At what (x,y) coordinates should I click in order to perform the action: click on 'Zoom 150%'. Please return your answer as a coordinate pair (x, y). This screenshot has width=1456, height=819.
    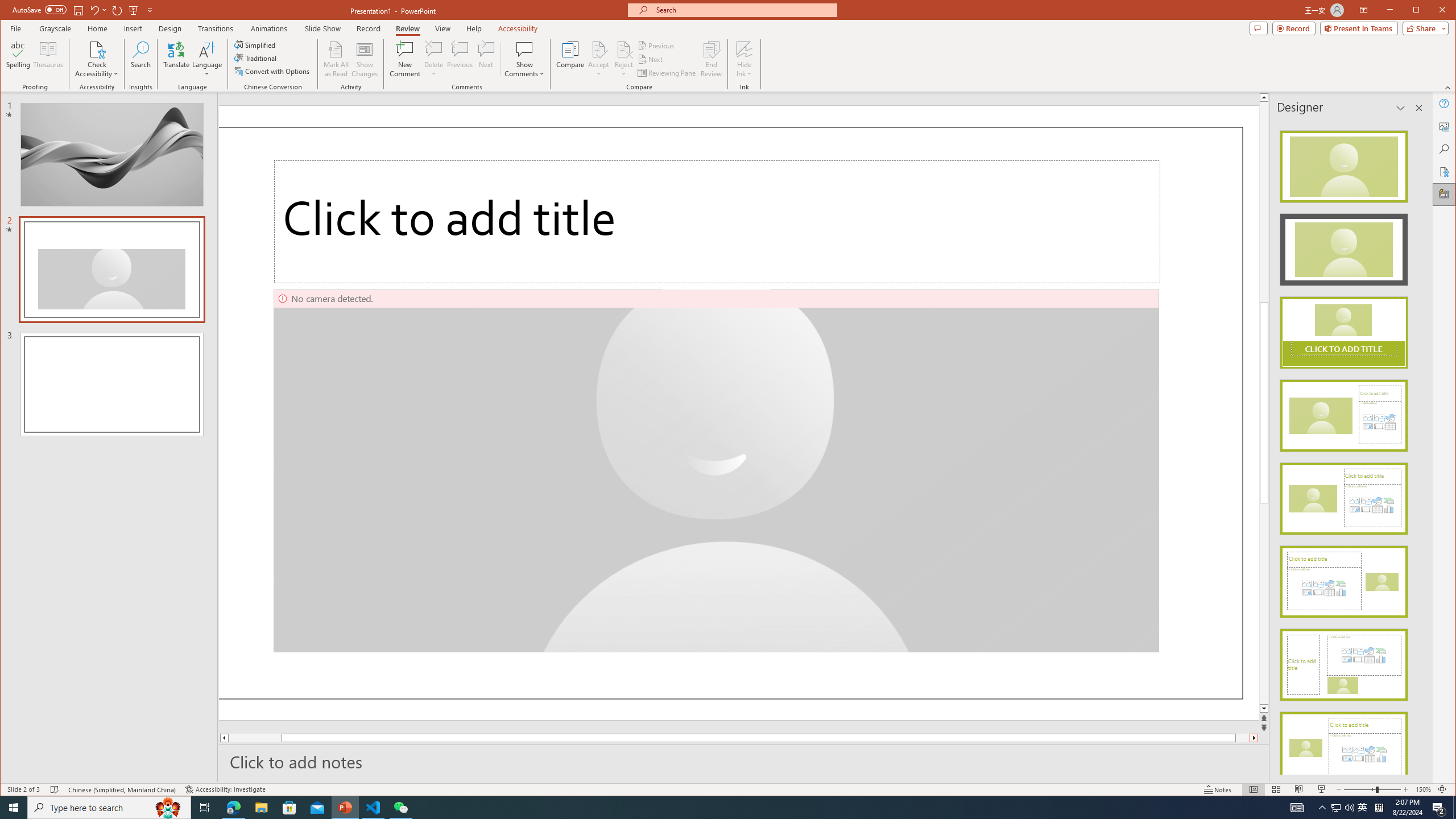
    Looking at the image, I should click on (1423, 789).